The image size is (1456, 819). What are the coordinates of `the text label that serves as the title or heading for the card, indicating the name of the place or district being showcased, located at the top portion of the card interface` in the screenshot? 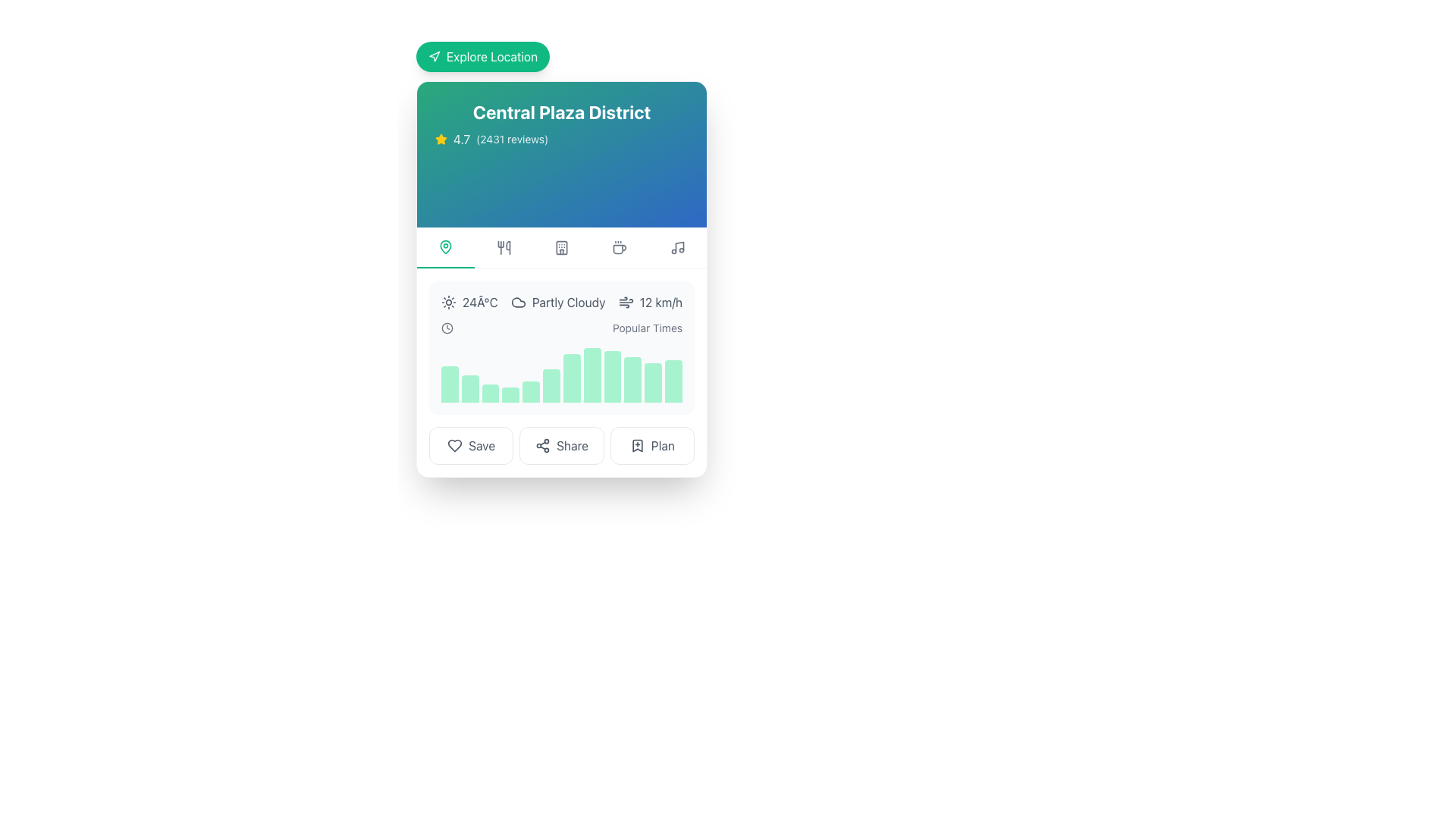 It's located at (560, 111).